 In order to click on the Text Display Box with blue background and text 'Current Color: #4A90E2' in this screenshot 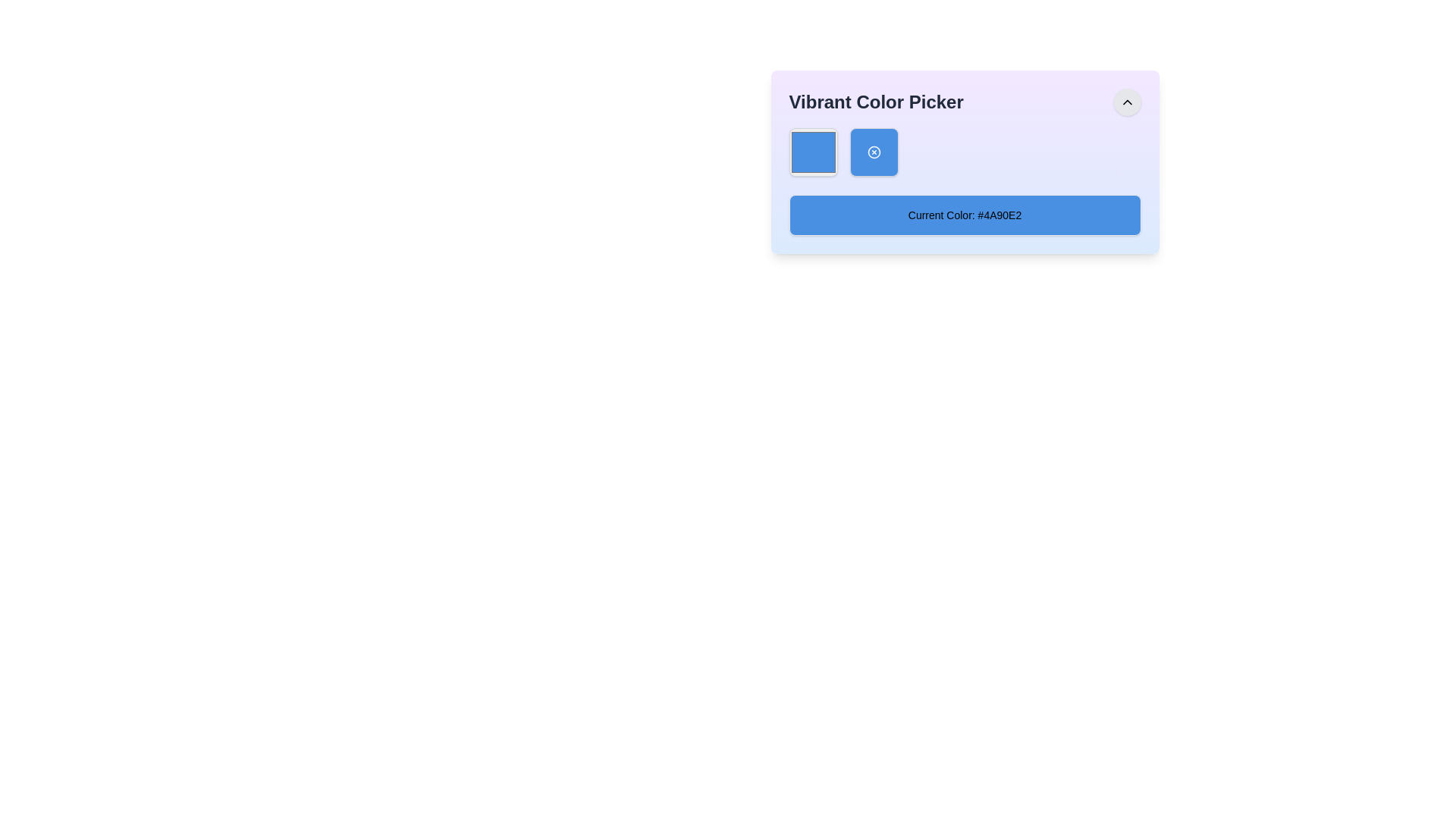, I will do `click(964, 215)`.